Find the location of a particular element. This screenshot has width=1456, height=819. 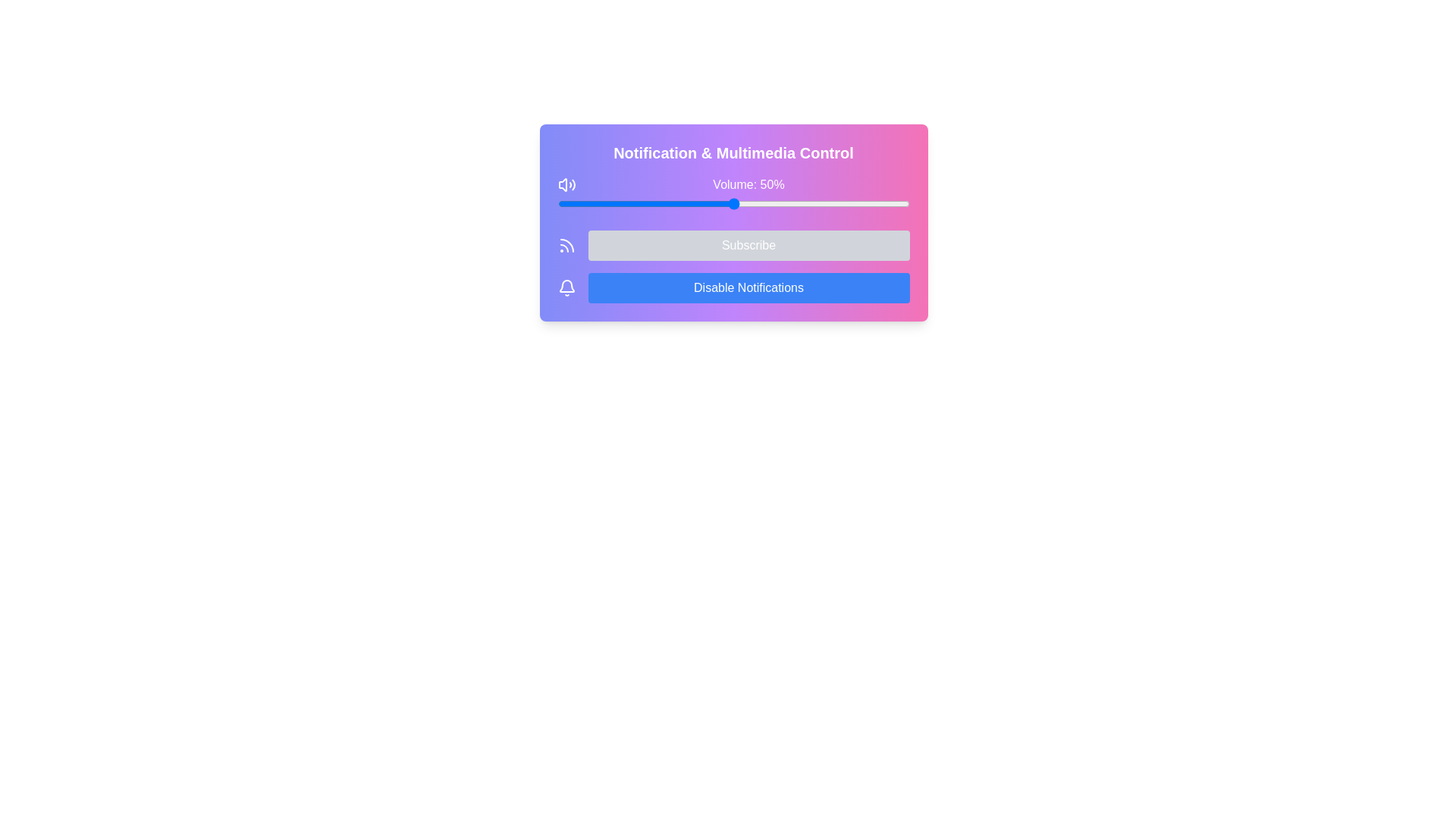

the volume slider is located at coordinates (765, 203).